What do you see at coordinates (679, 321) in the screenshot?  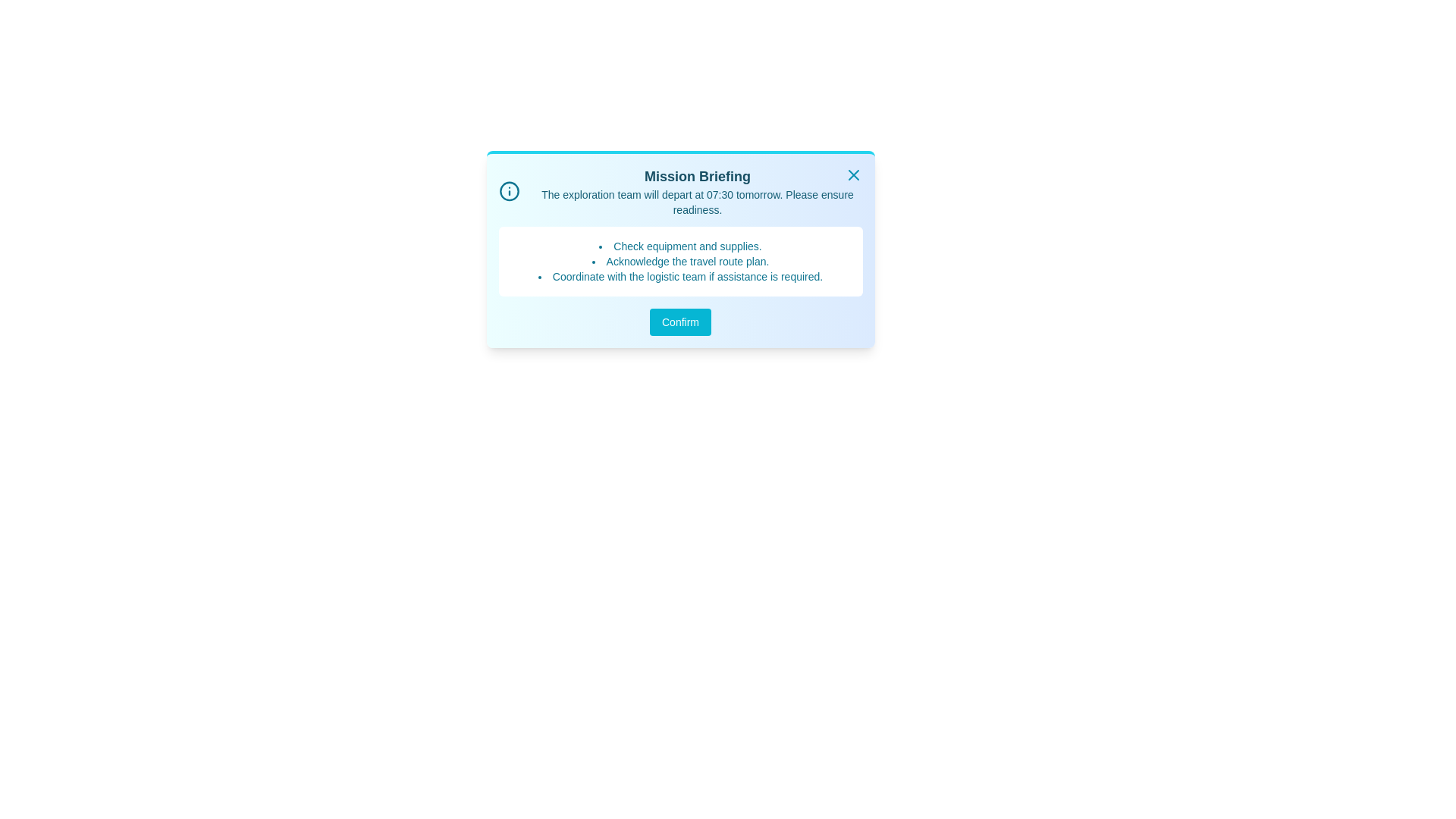 I see `'Confirm' button to acknowledge the mission briefing` at bounding box center [679, 321].